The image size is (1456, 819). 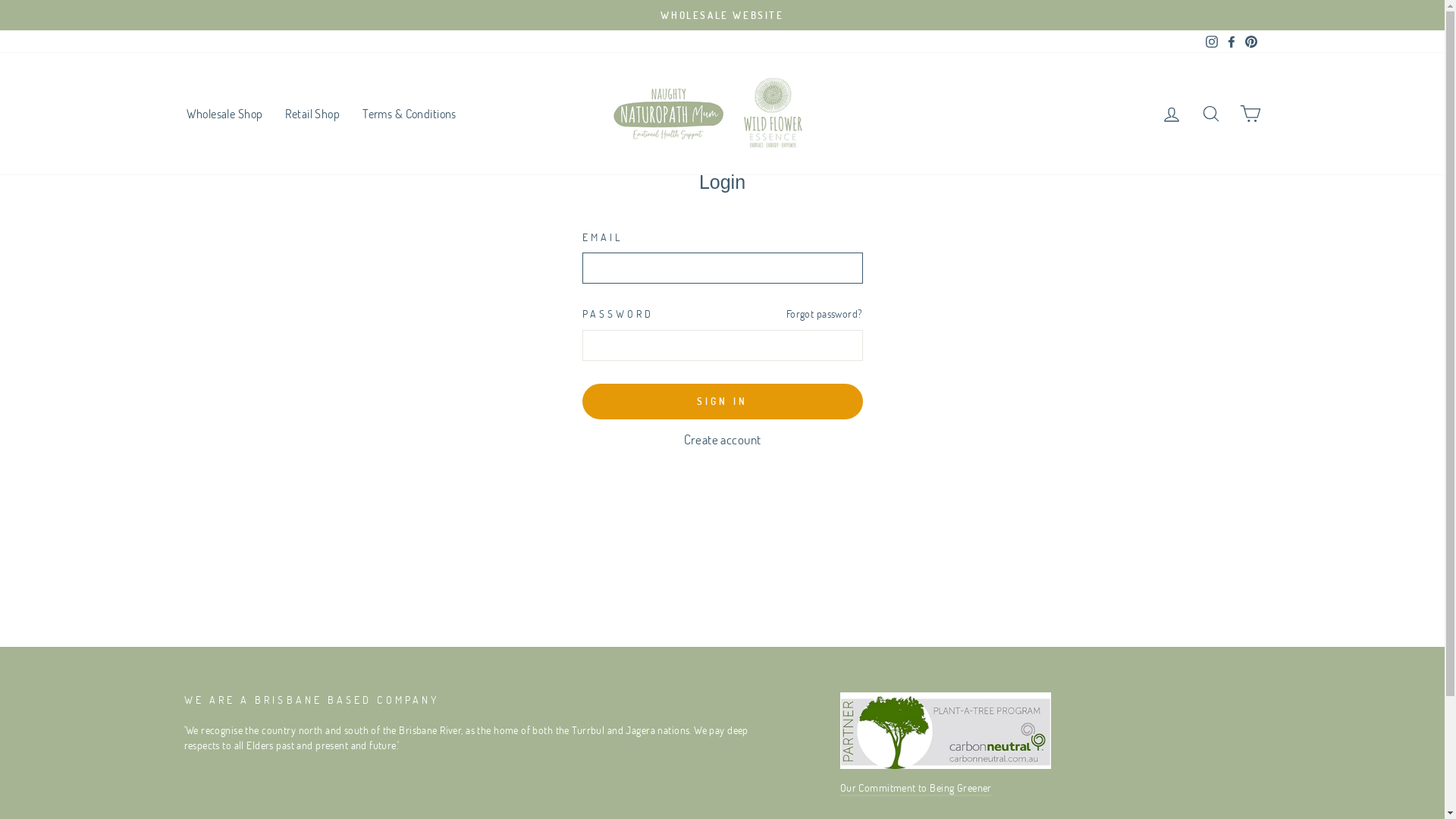 What do you see at coordinates (722, 400) in the screenshot?
I see `'SIGN IN'` at bounding box center [722, 400].